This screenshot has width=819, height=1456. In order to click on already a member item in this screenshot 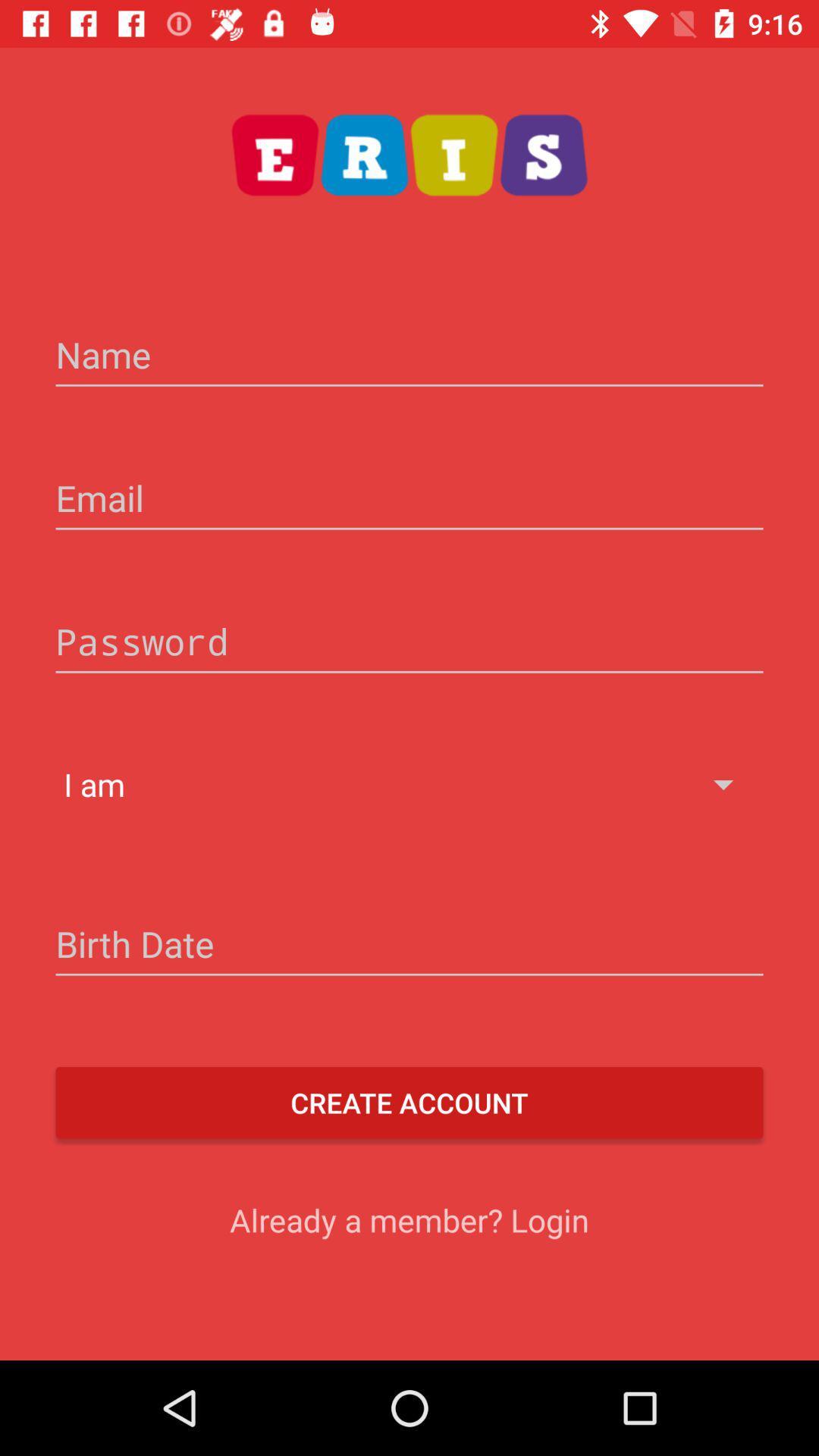, I will do `click(409, 1219)`.